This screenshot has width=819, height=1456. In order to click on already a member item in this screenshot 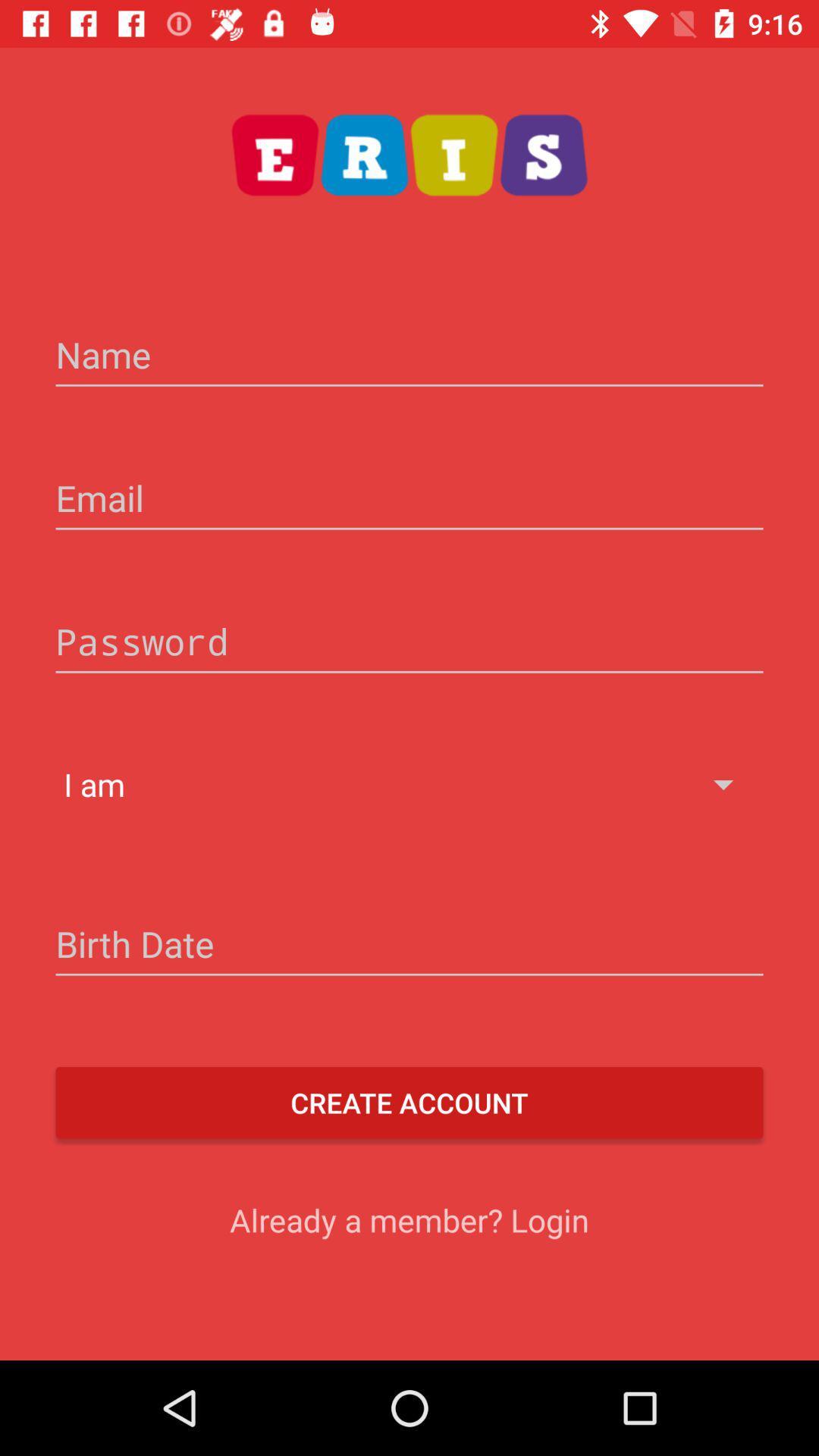, I will do `click(409, 1219)`.